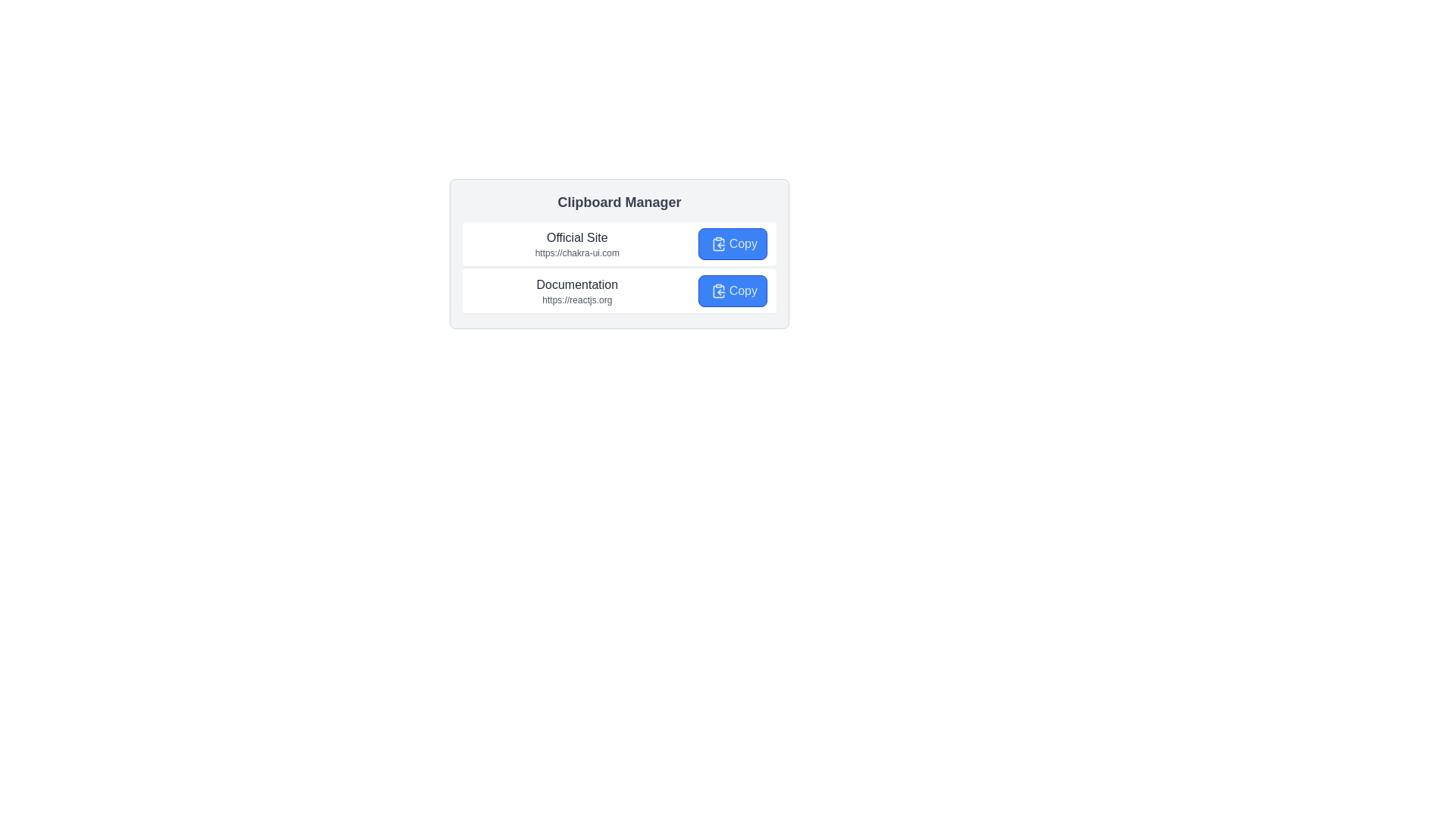  What do you see at coordinates (576, 253) in the screenshot?
I see `the static text element that displays a URL link related to 'Official Site', positioned centrally below it` at bounding box center [576, 253].